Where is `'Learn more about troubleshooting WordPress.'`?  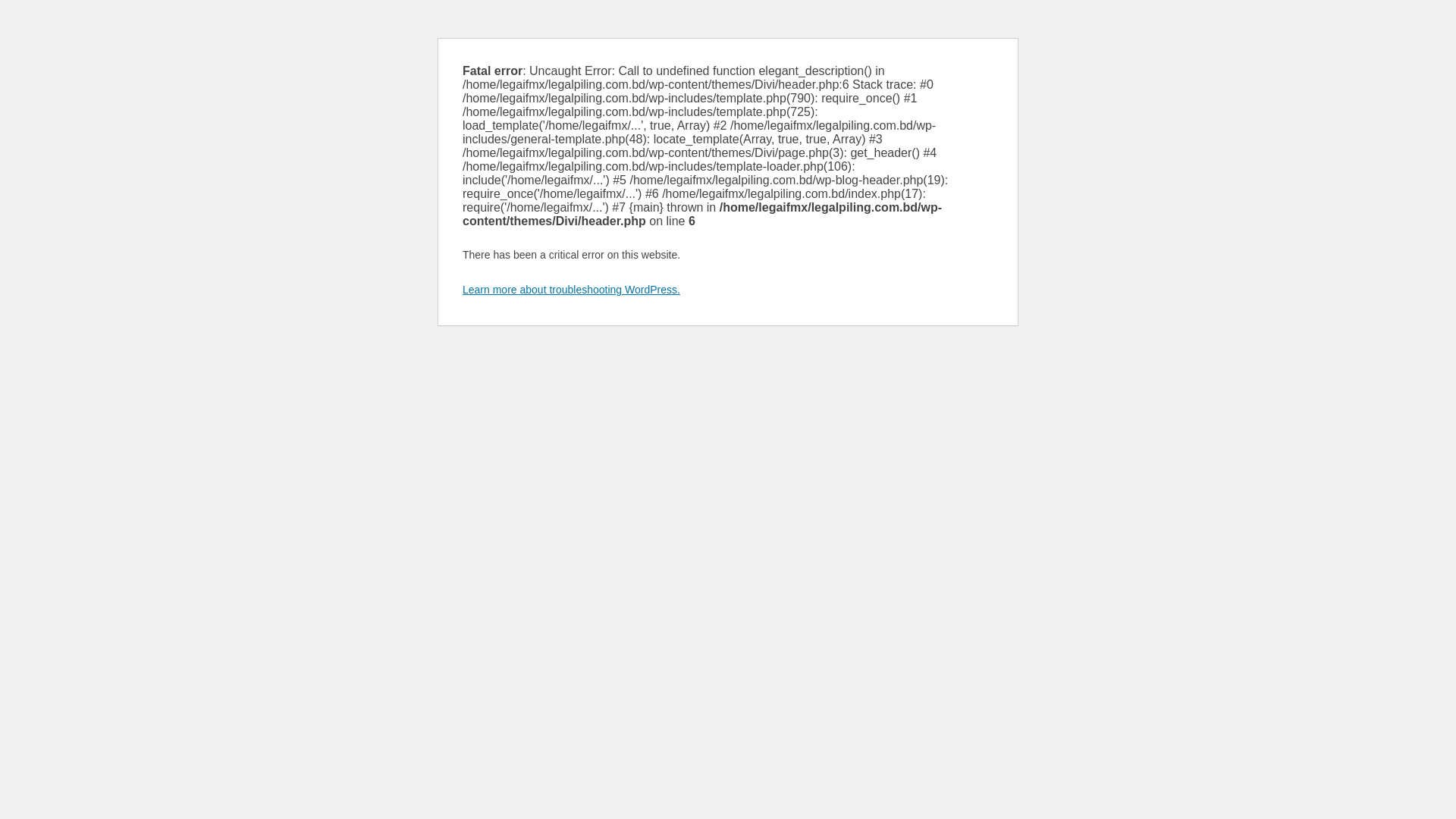
'Learn more about troubleshooting WordPress.' is located at coordinates (570, 289).